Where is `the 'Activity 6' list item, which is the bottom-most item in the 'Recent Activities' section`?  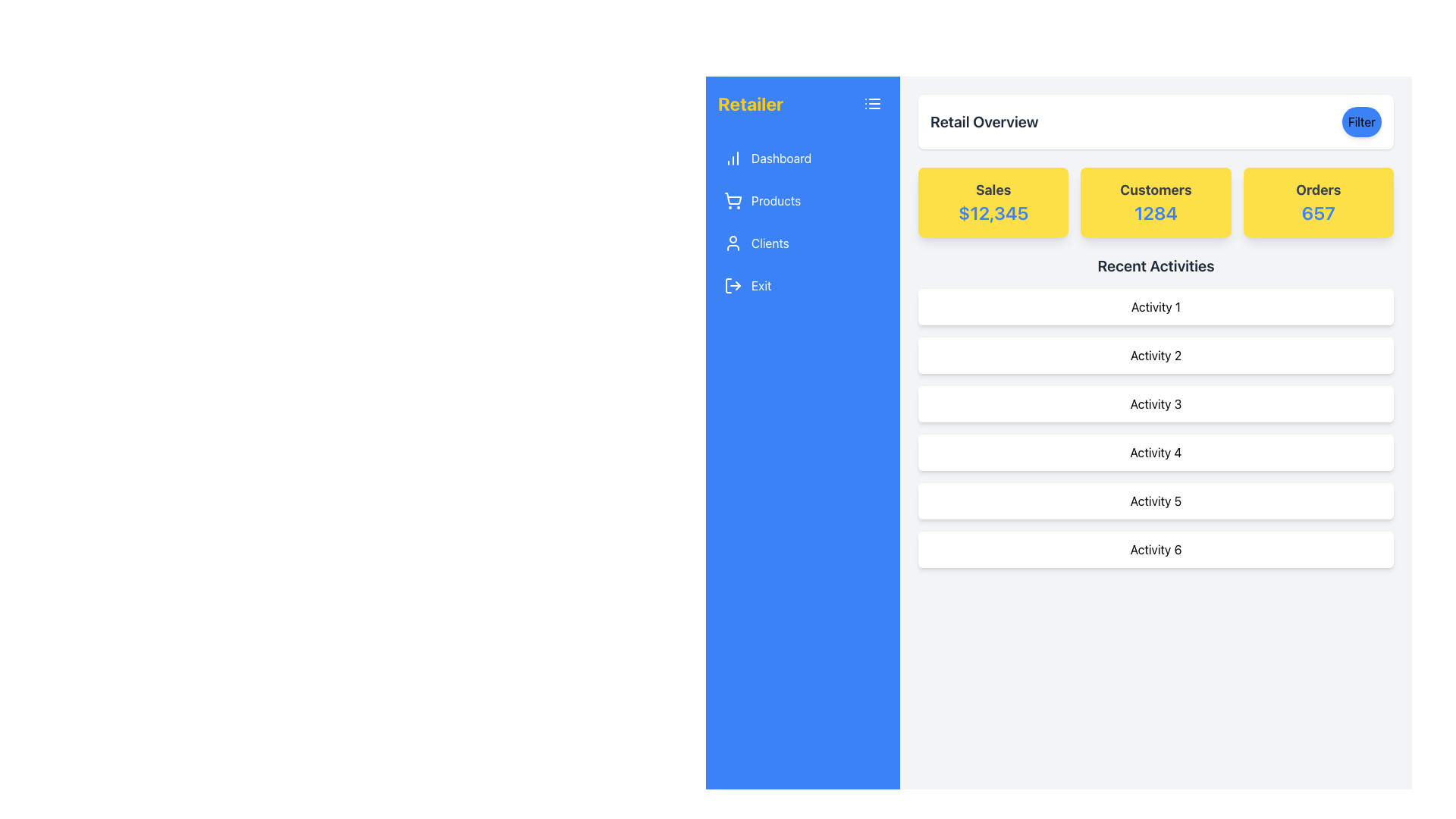 the 'Activity 6' list item, which is the bottom-most item in the 'Recent Activities' section is located at coordinates (1155, 550).